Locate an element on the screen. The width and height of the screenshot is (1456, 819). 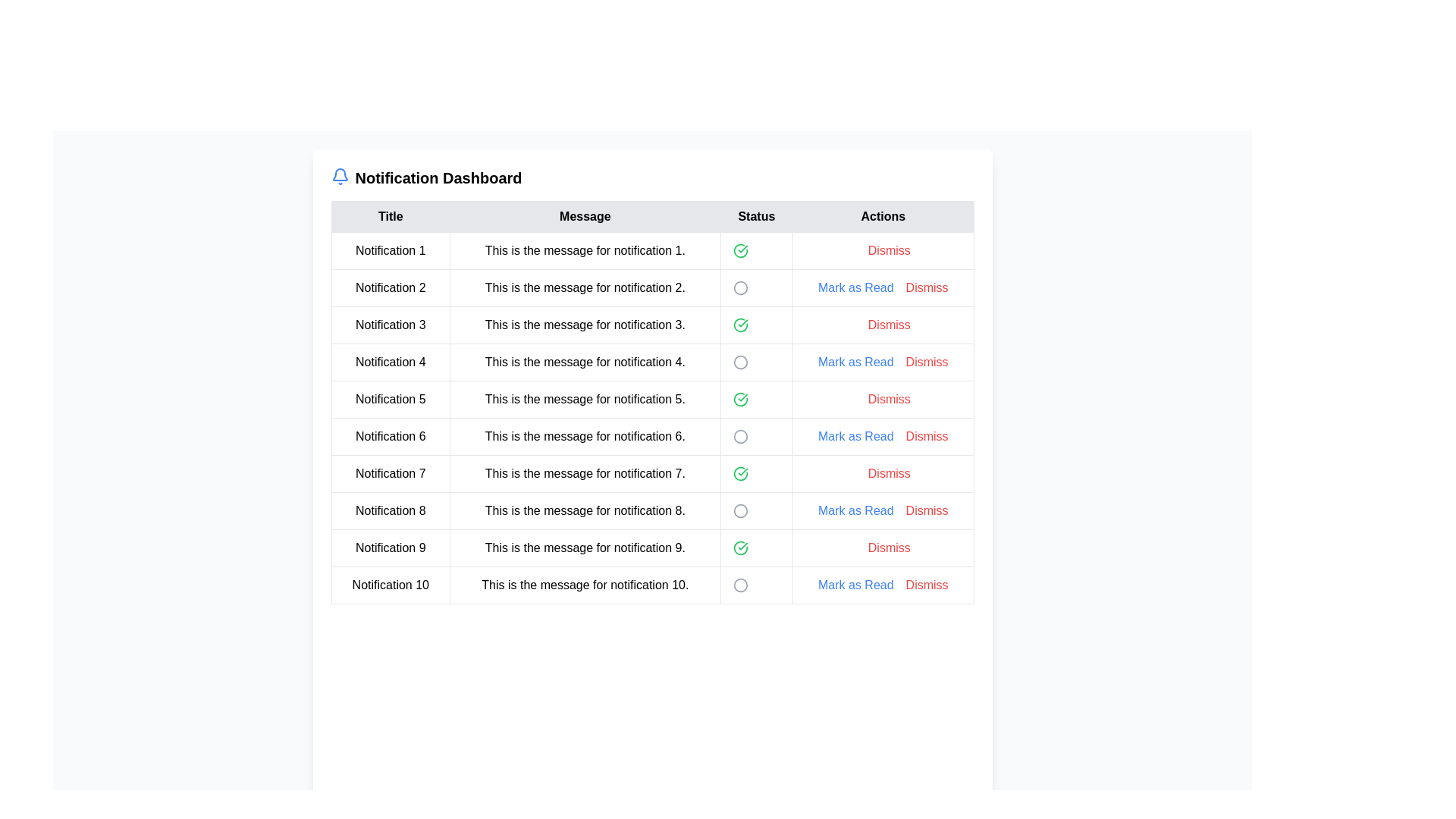
the button in the 'Actions' column of Notification 5 is located at coordinates (883, 399).